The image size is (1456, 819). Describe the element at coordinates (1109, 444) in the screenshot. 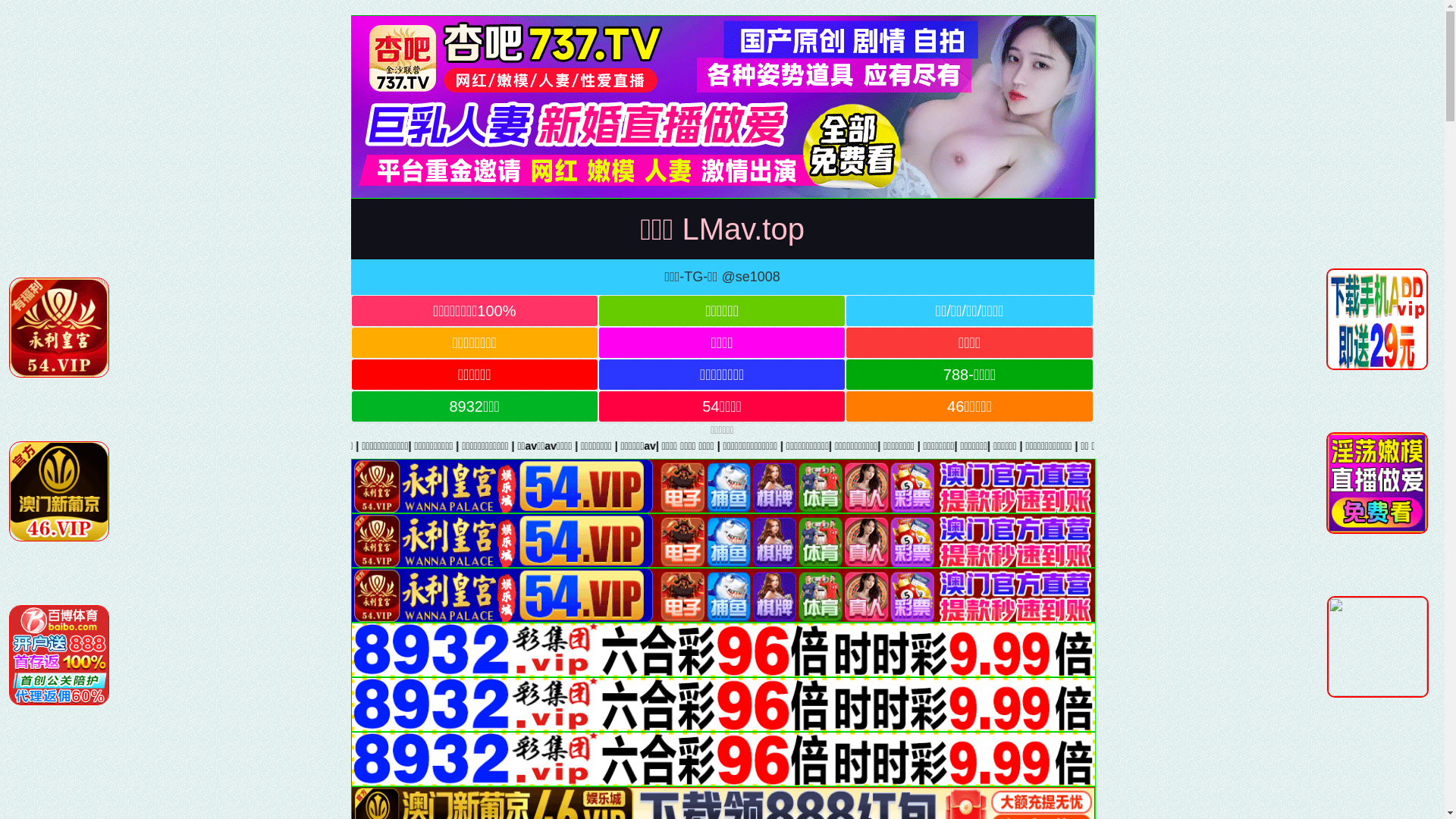

I see `'|'` at that location.